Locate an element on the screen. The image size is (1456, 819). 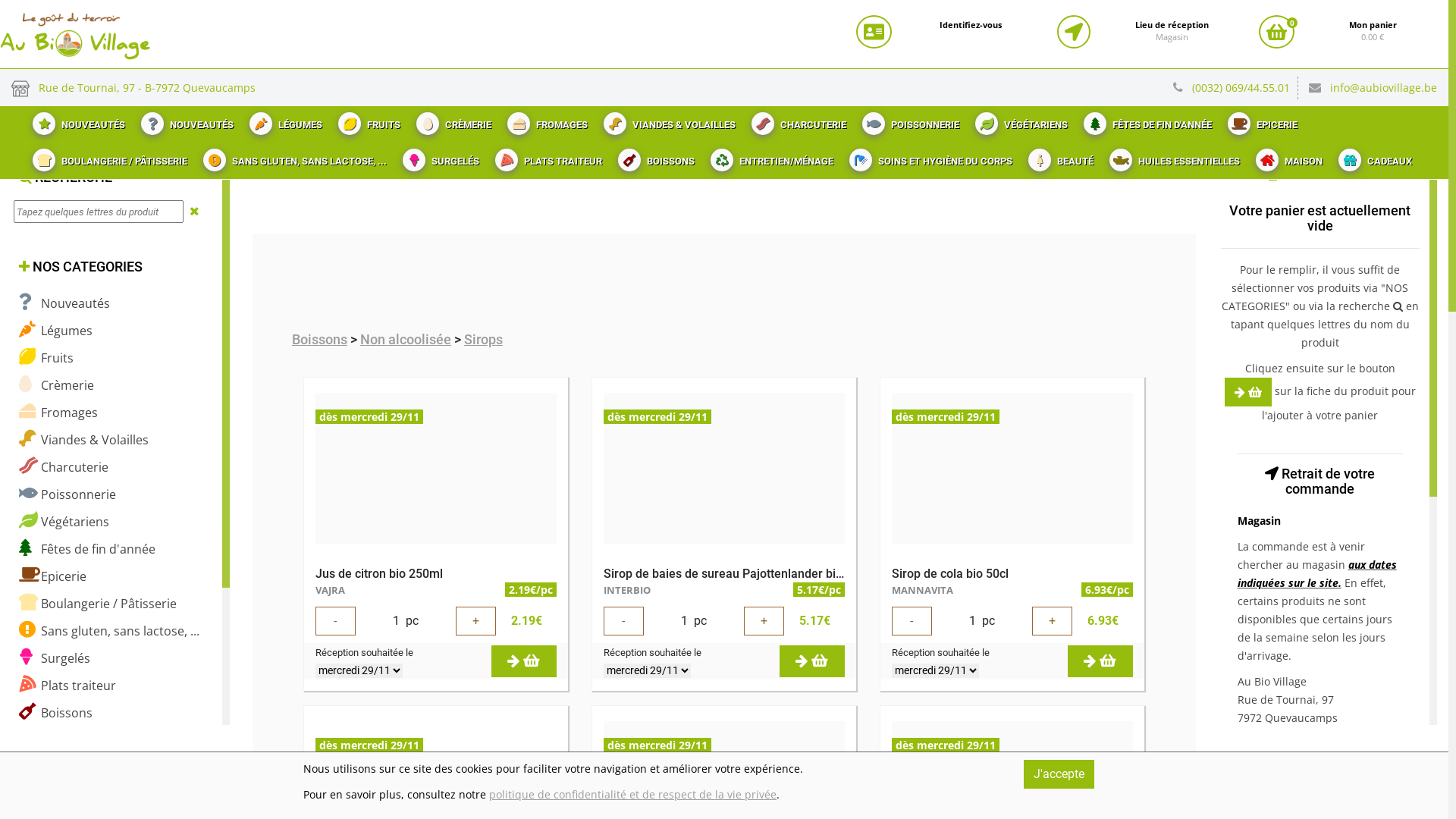
'EPICERIE' is located at coordinates (1260, 119).